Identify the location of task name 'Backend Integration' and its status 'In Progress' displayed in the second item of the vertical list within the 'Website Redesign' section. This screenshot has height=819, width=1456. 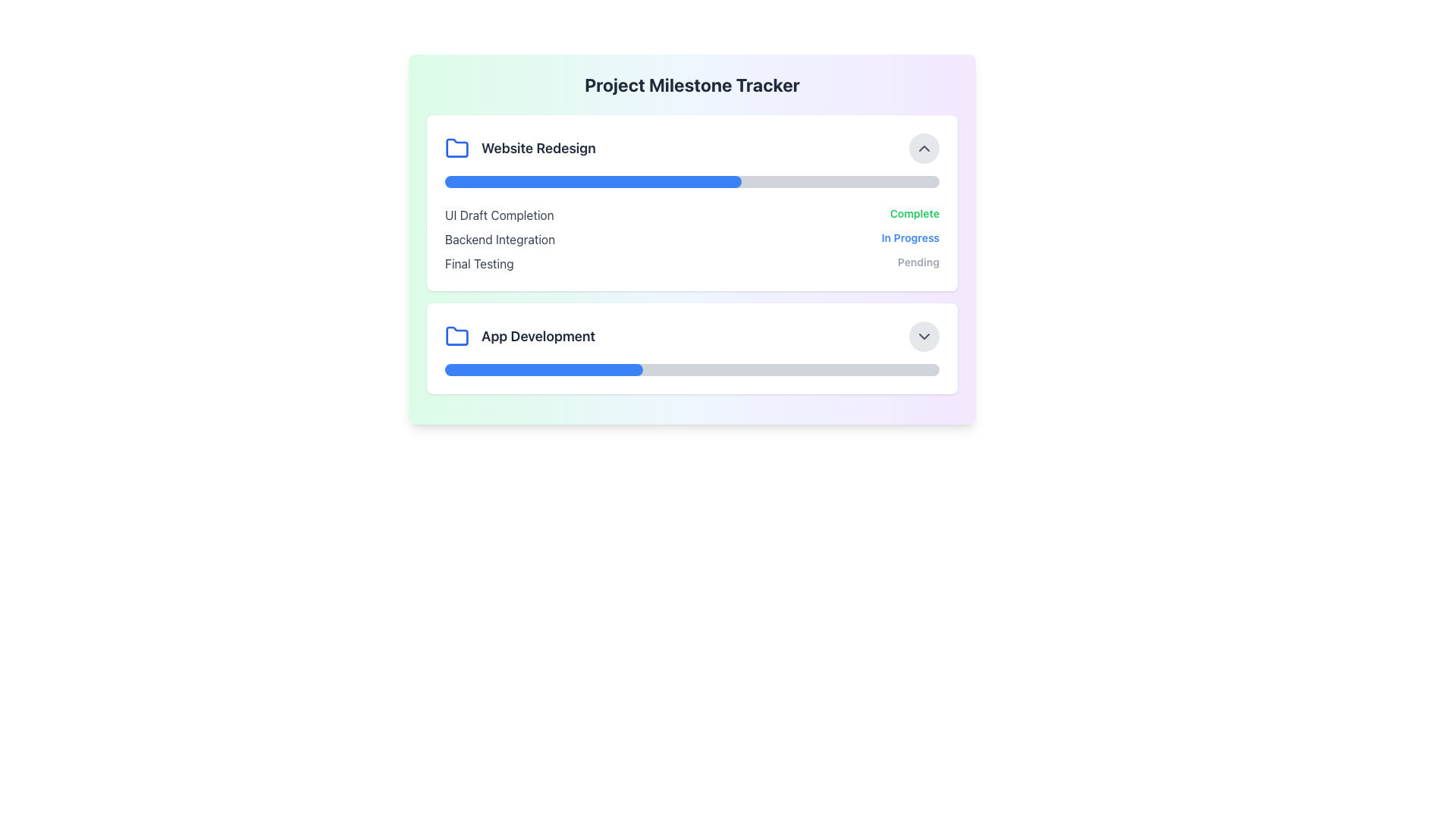
(691, 239).